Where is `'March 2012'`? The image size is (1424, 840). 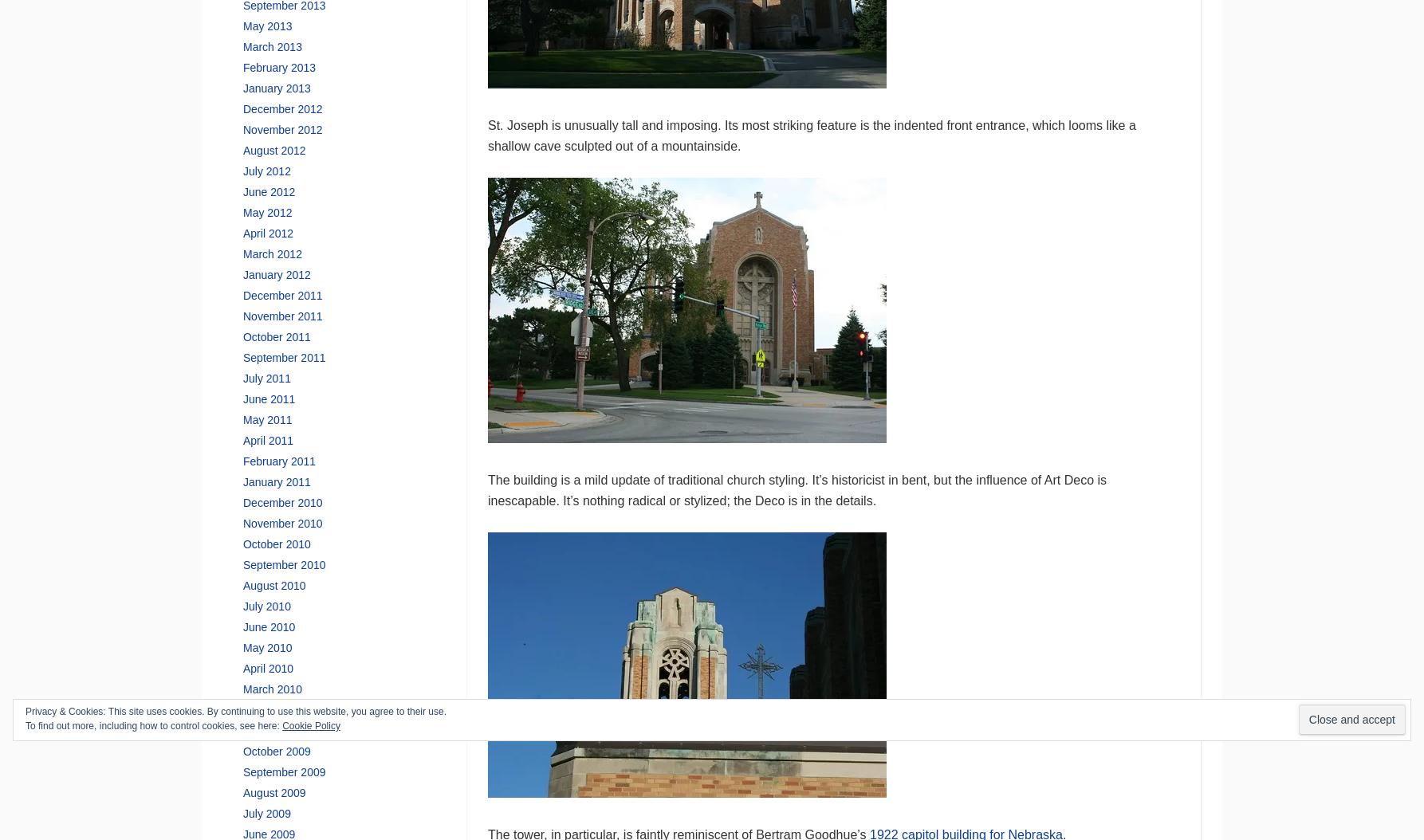 'March 2012' is located at coordinates (271, 253).